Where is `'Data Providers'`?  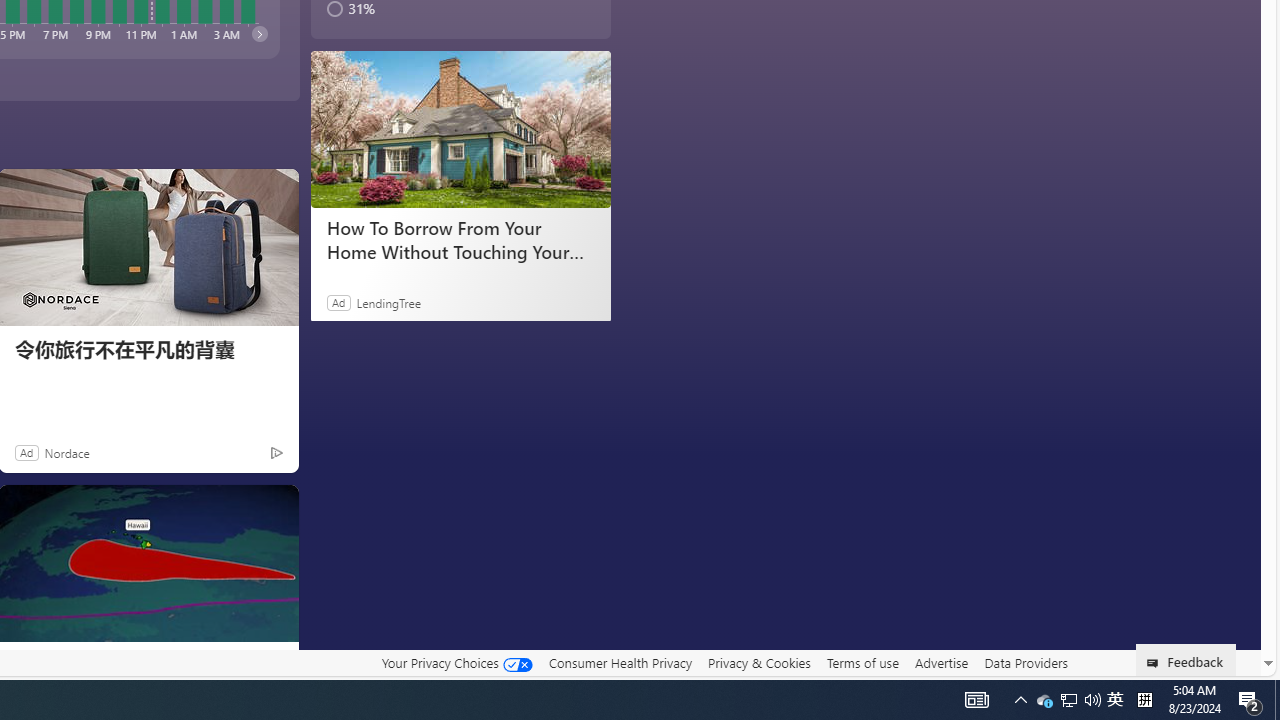 'Data Providers' is located at coordinates (1025, 662).